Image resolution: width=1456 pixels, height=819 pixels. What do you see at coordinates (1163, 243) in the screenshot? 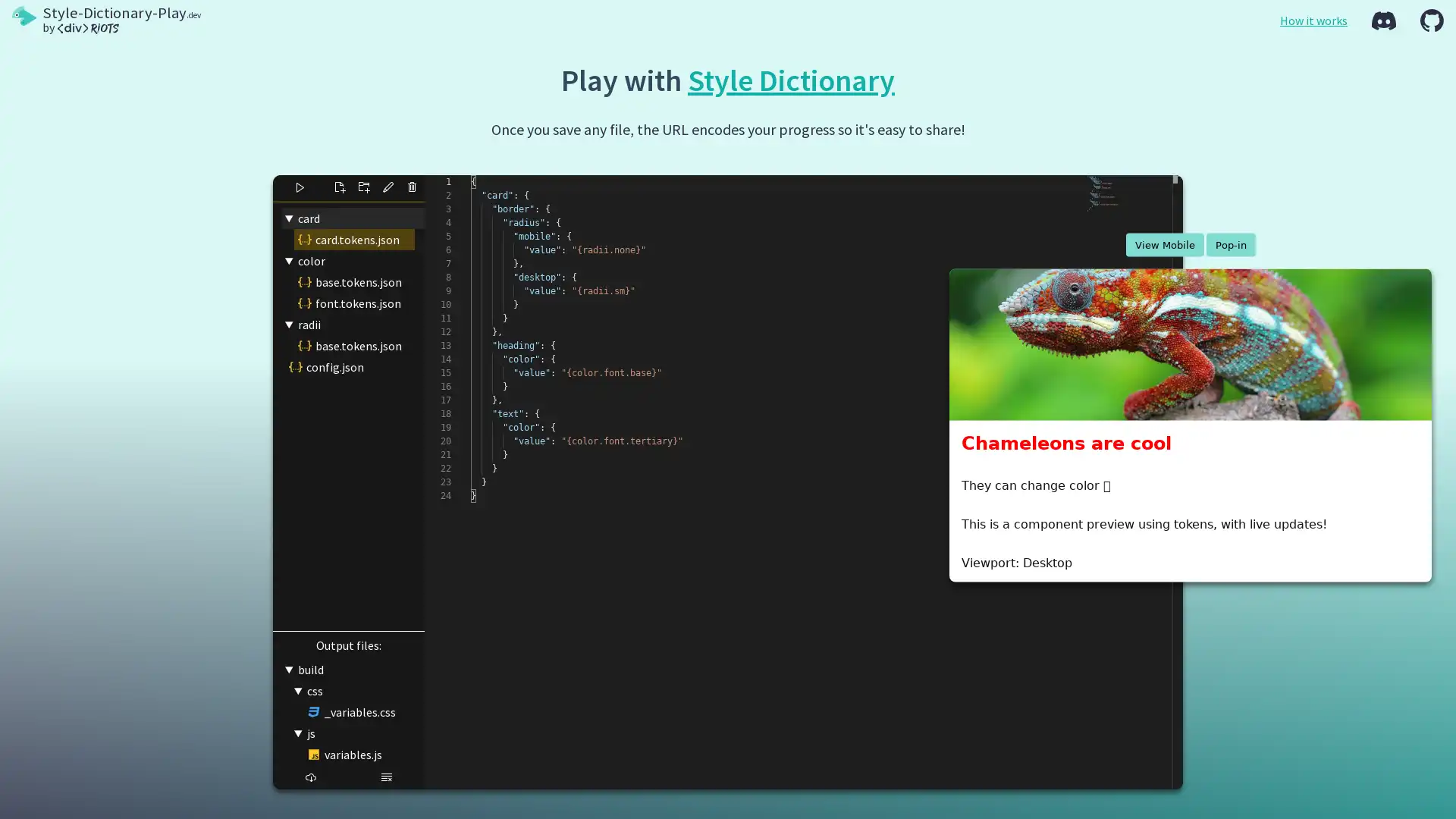
I see `View Mobile` at bounding box center [1163, 243].